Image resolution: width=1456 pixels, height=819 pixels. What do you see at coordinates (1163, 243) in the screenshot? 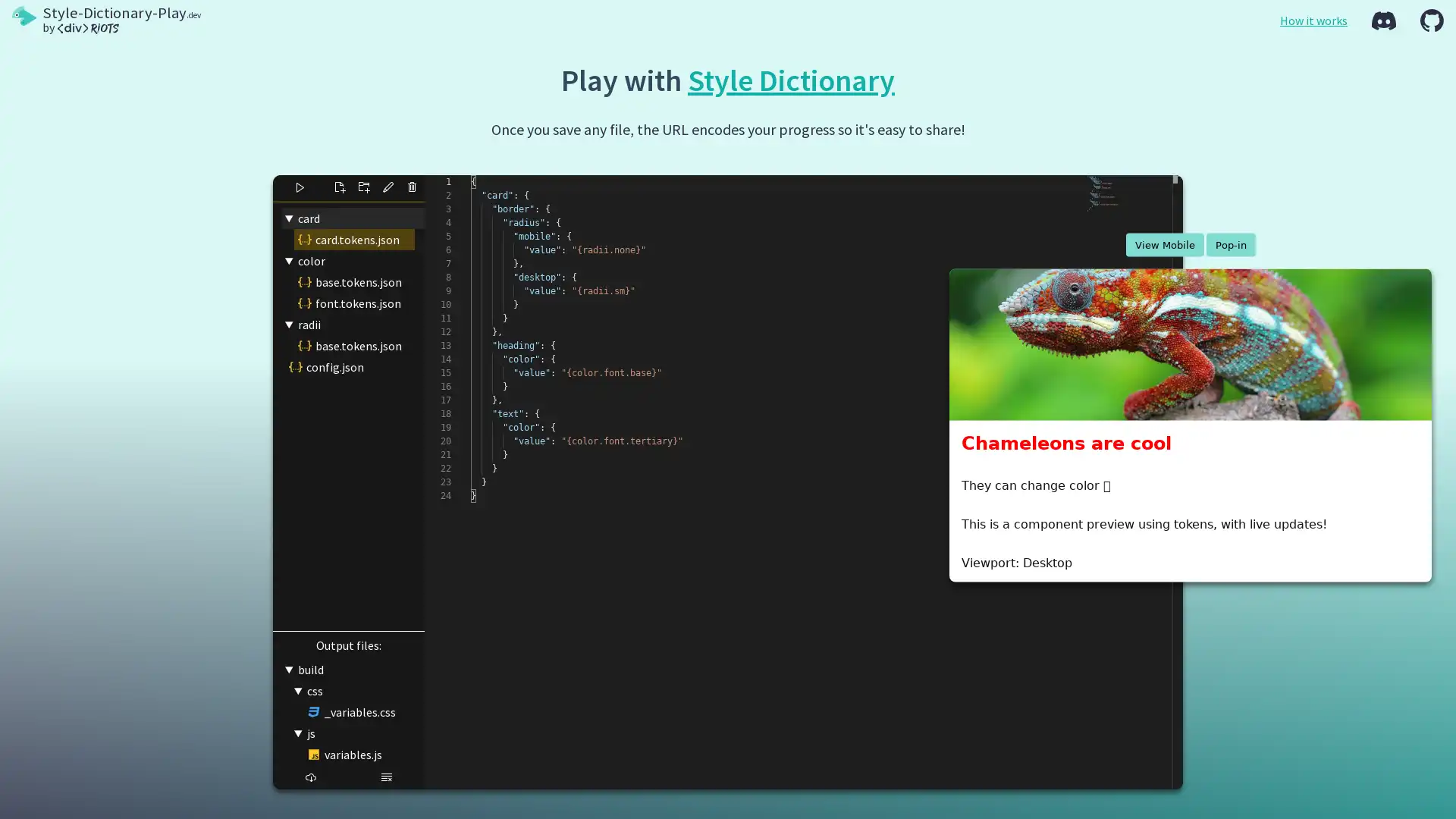
I see `View Mobile` at bounding box center [1163, 243].